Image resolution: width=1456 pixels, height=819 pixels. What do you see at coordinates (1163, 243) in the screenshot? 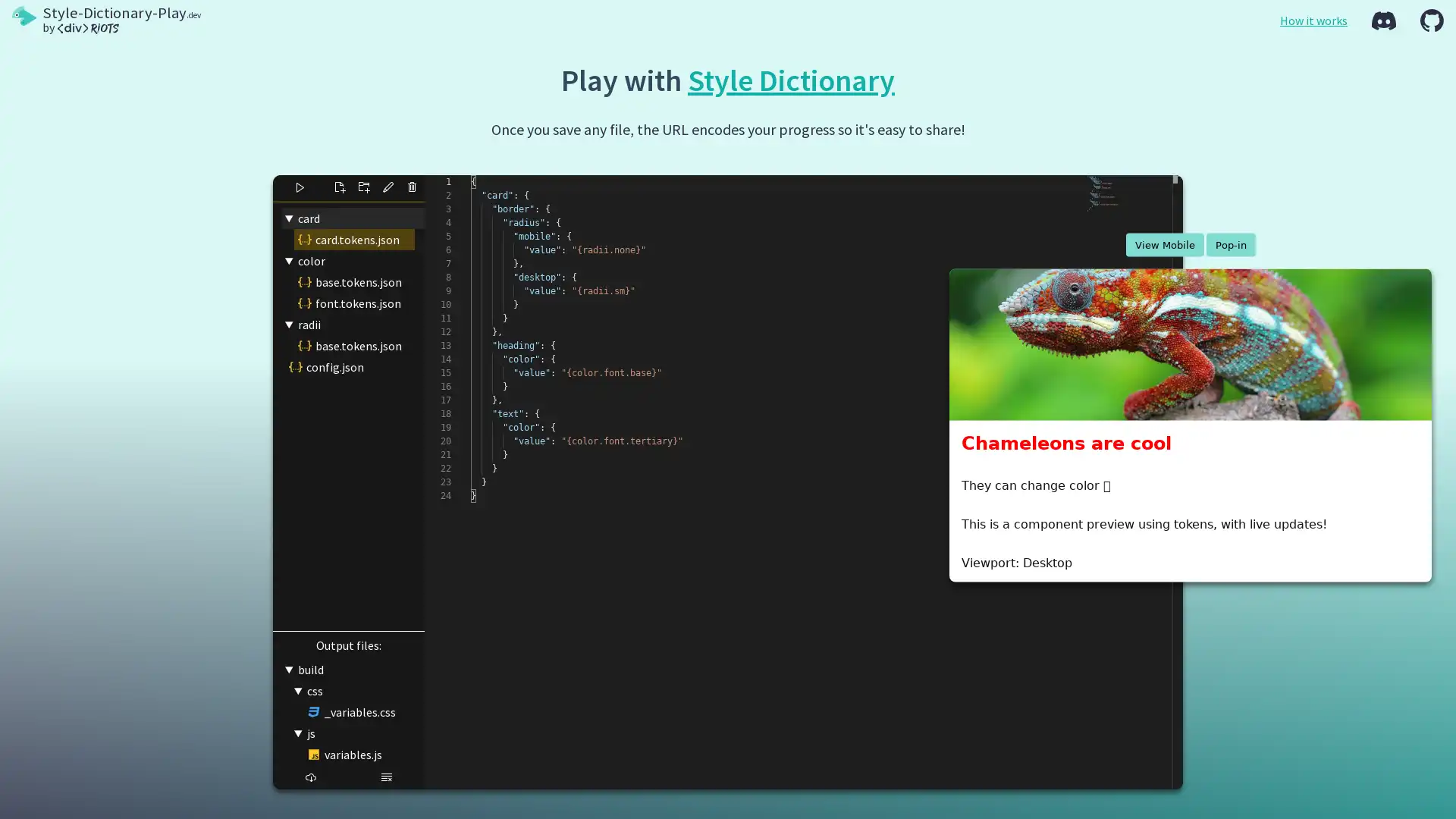
I see `View Mobile` at bounding box center [1163, 243].